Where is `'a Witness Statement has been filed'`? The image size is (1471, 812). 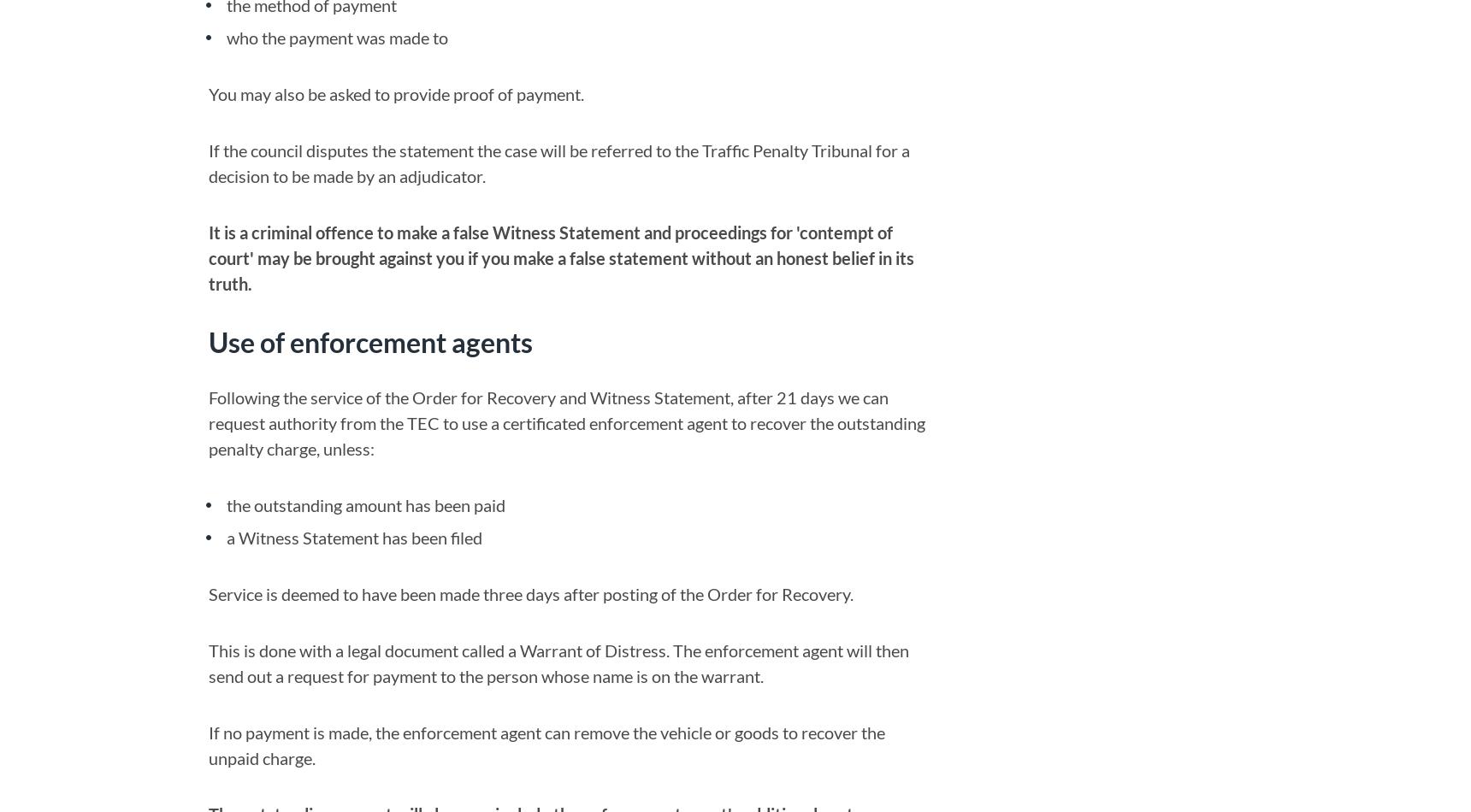
'a Witness Statement has been filed' is located at coordinates (354, 537).